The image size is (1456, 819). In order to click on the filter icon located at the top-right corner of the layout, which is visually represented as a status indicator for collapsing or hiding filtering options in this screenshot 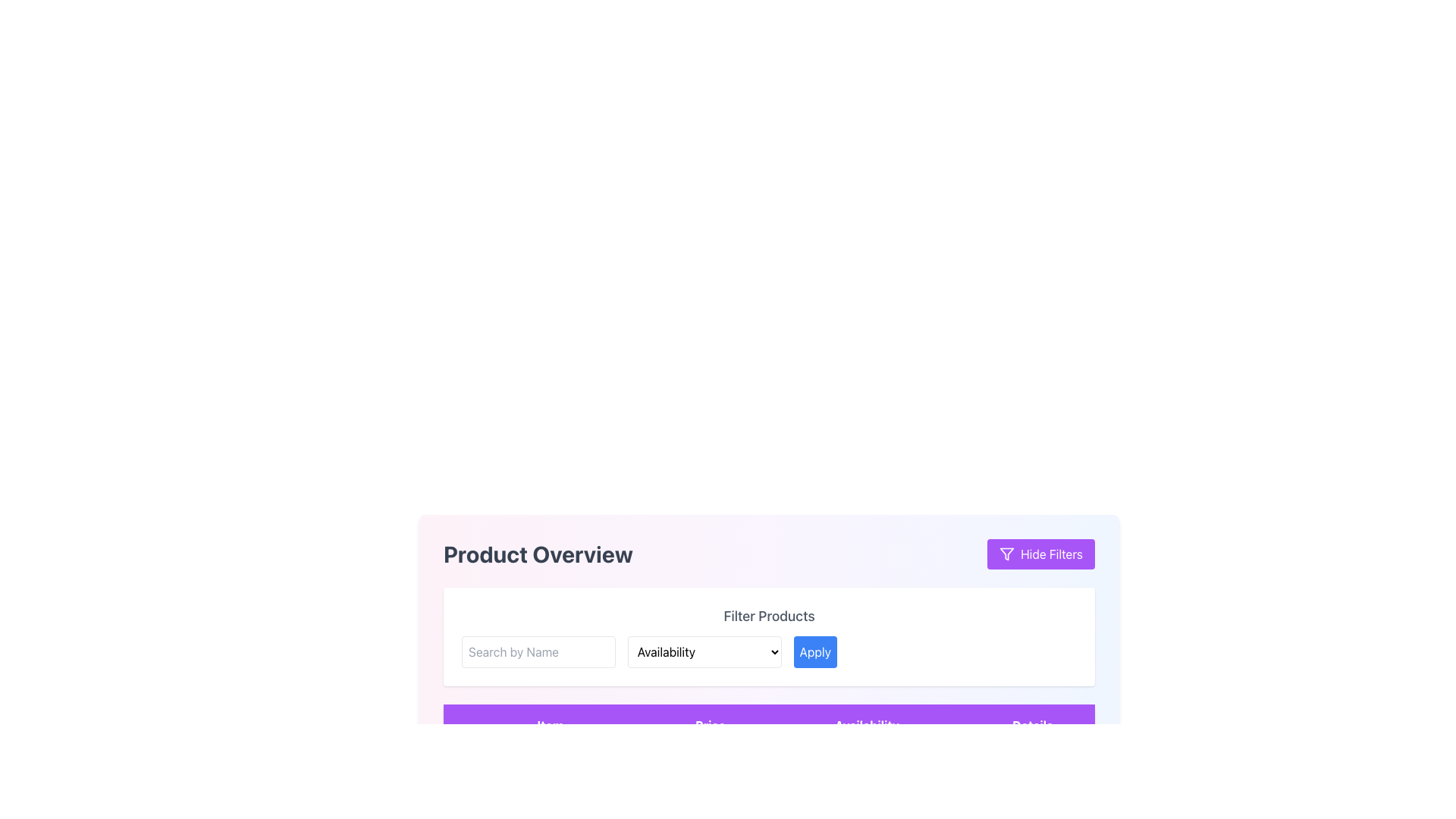, I will do `click(1007, 554)`.